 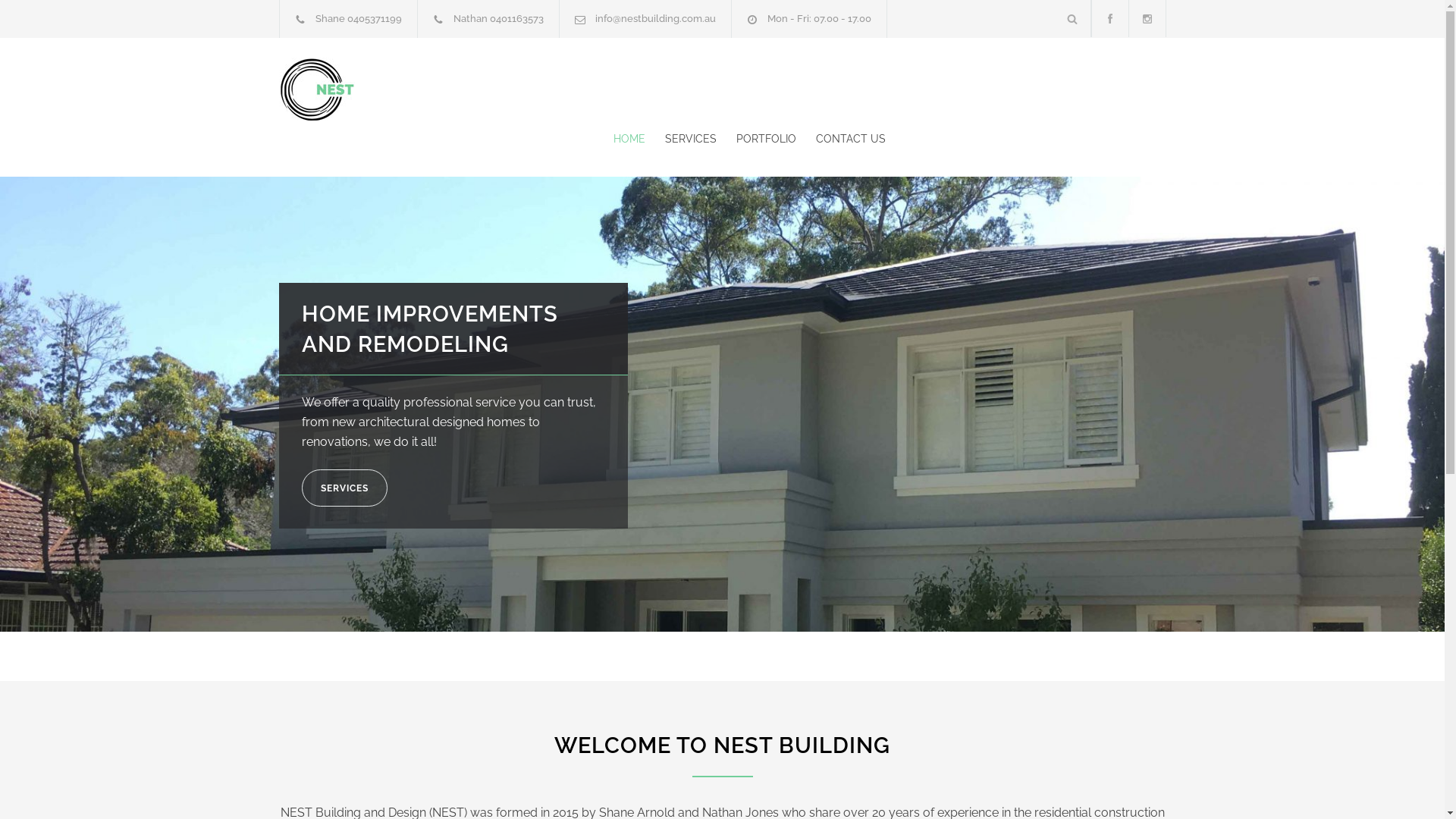 What do you see at coordinates (679, 138) in the screenshot?
I see `'SERVICES'` at bounding box center [679, 138].